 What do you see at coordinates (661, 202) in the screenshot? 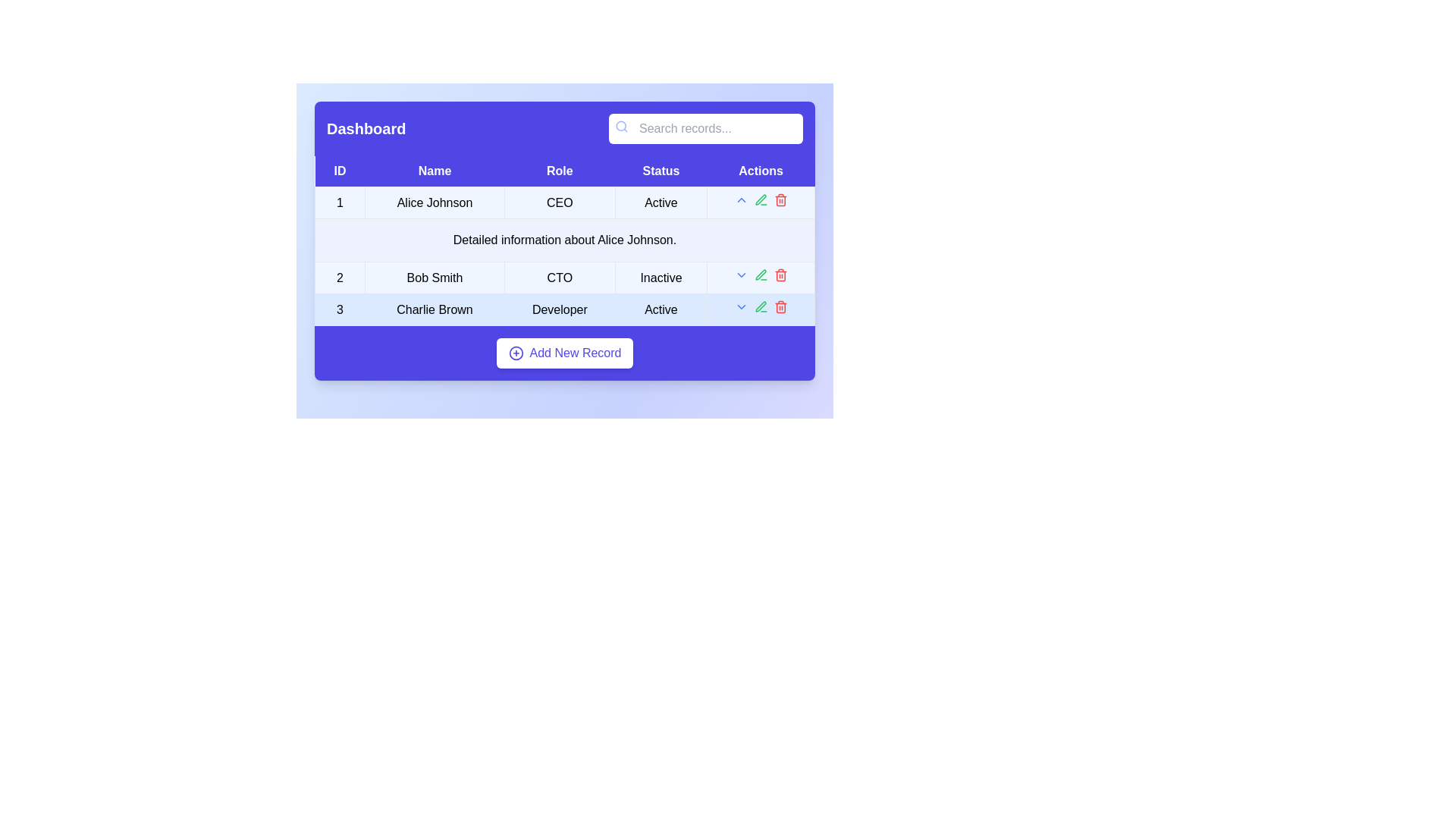
I see `text 'Active' from the Text label in the 'Status' column of the first row in the Dashboard interface, which is a rectangular cell with a light background and black font` at bounding box center [661, 202].